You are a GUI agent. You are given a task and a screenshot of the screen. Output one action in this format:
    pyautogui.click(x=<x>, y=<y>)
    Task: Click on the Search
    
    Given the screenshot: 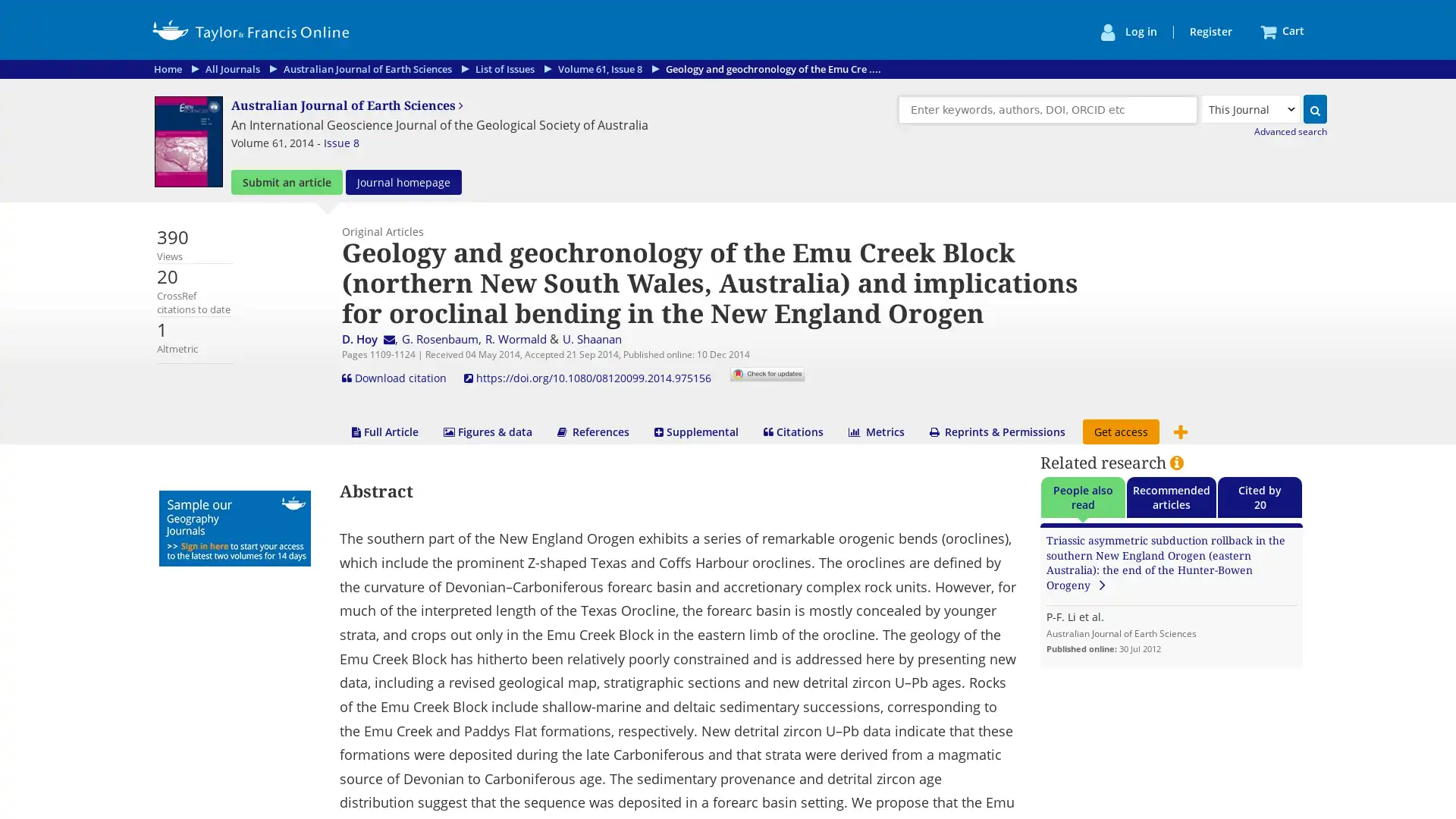 What is the action you would take?
    pyautogui.click(x=1314, y=108)
    